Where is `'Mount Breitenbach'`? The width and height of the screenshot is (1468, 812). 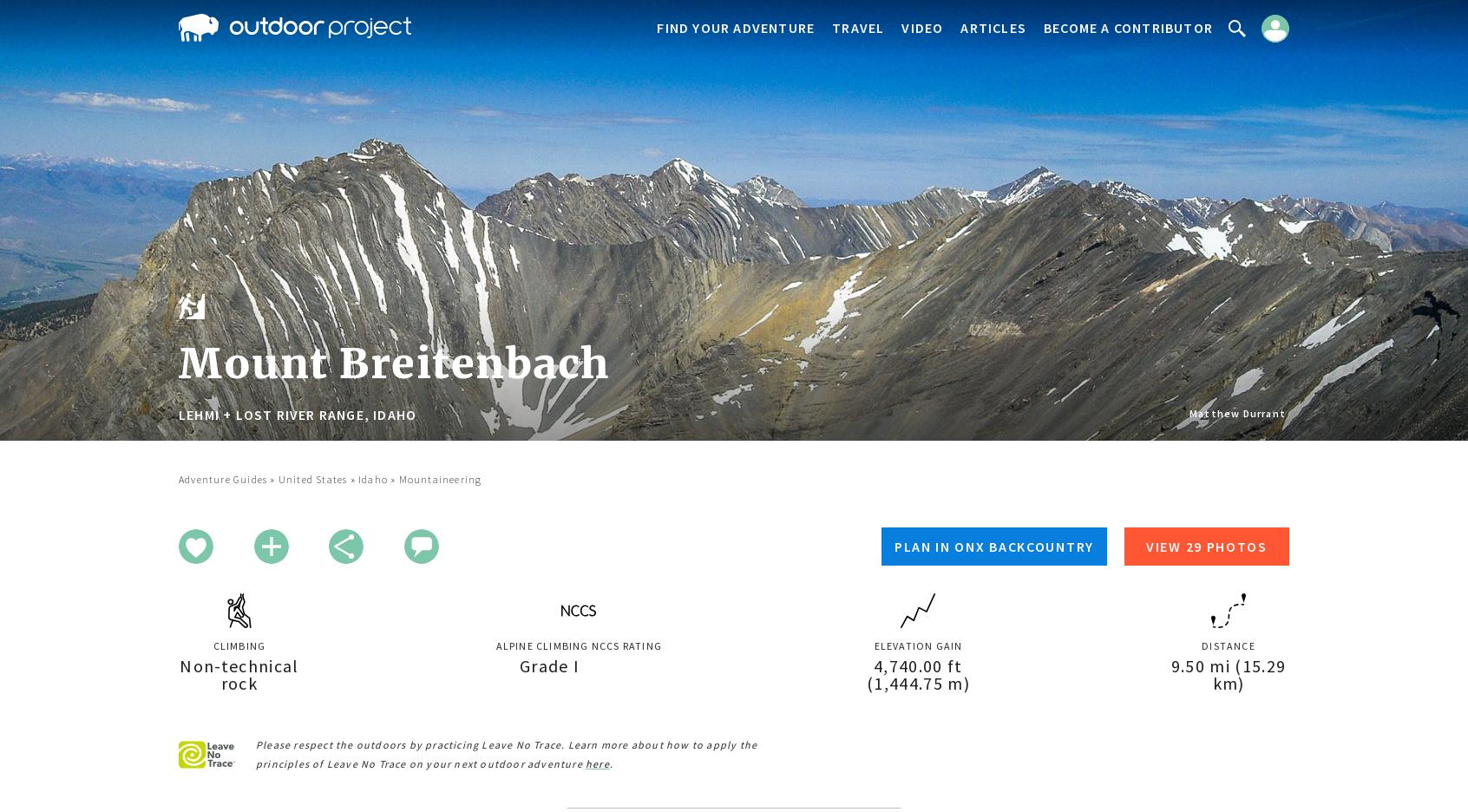
'Mount Breitenbach' is located at coordinates (177, 362).